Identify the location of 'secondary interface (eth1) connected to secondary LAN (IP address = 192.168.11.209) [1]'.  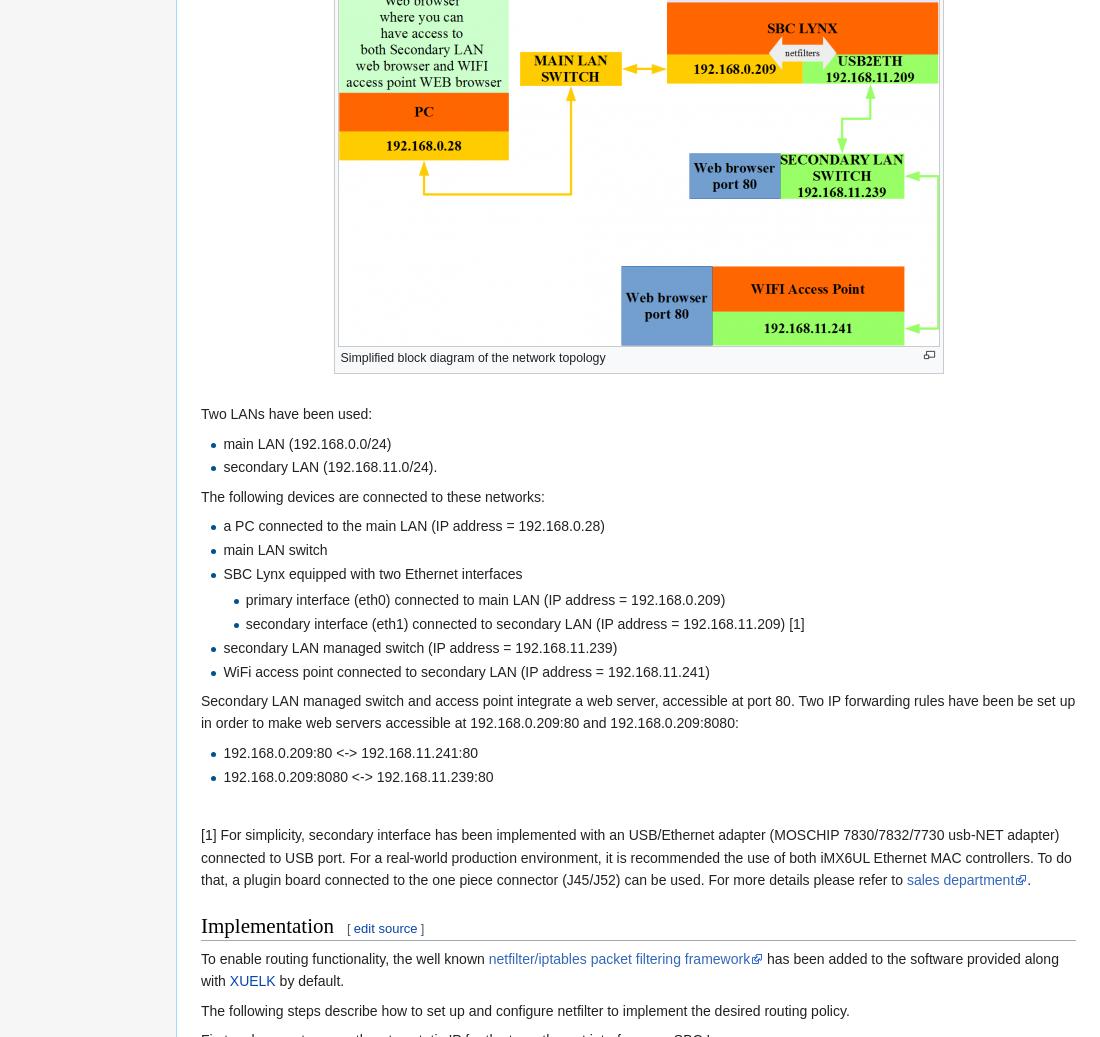
(524, 623).